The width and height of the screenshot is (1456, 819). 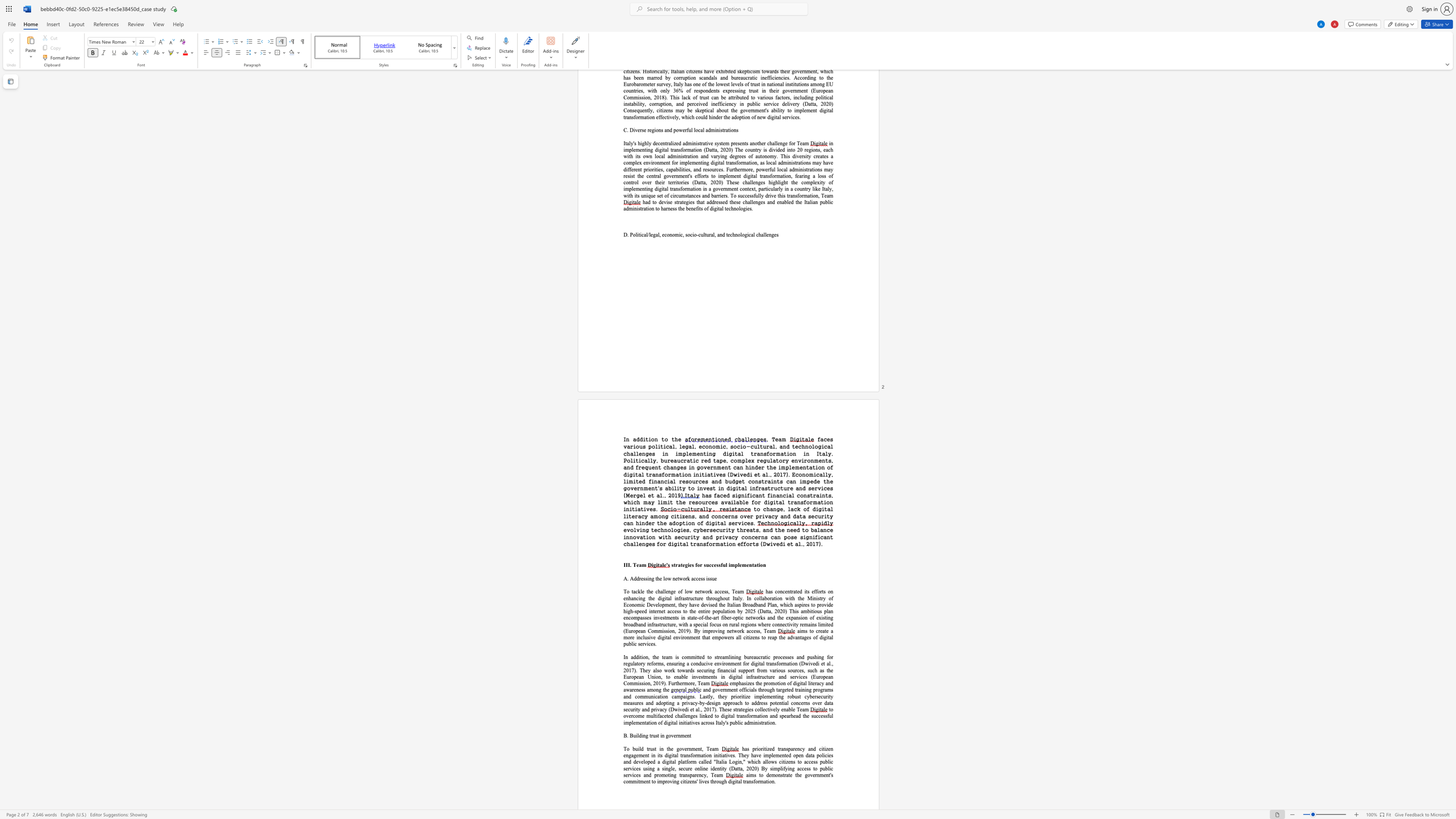 What do you see at coordinates (755, 748) in the screenshot?
I see `the subset text "rioritized transparency and citizen engageme" within the text "has prioritized transparency and citizen engagement in its digital transformation initiatives. They have implemented open data policies and developed a digital platform called"` at bounding box center [755, 748].